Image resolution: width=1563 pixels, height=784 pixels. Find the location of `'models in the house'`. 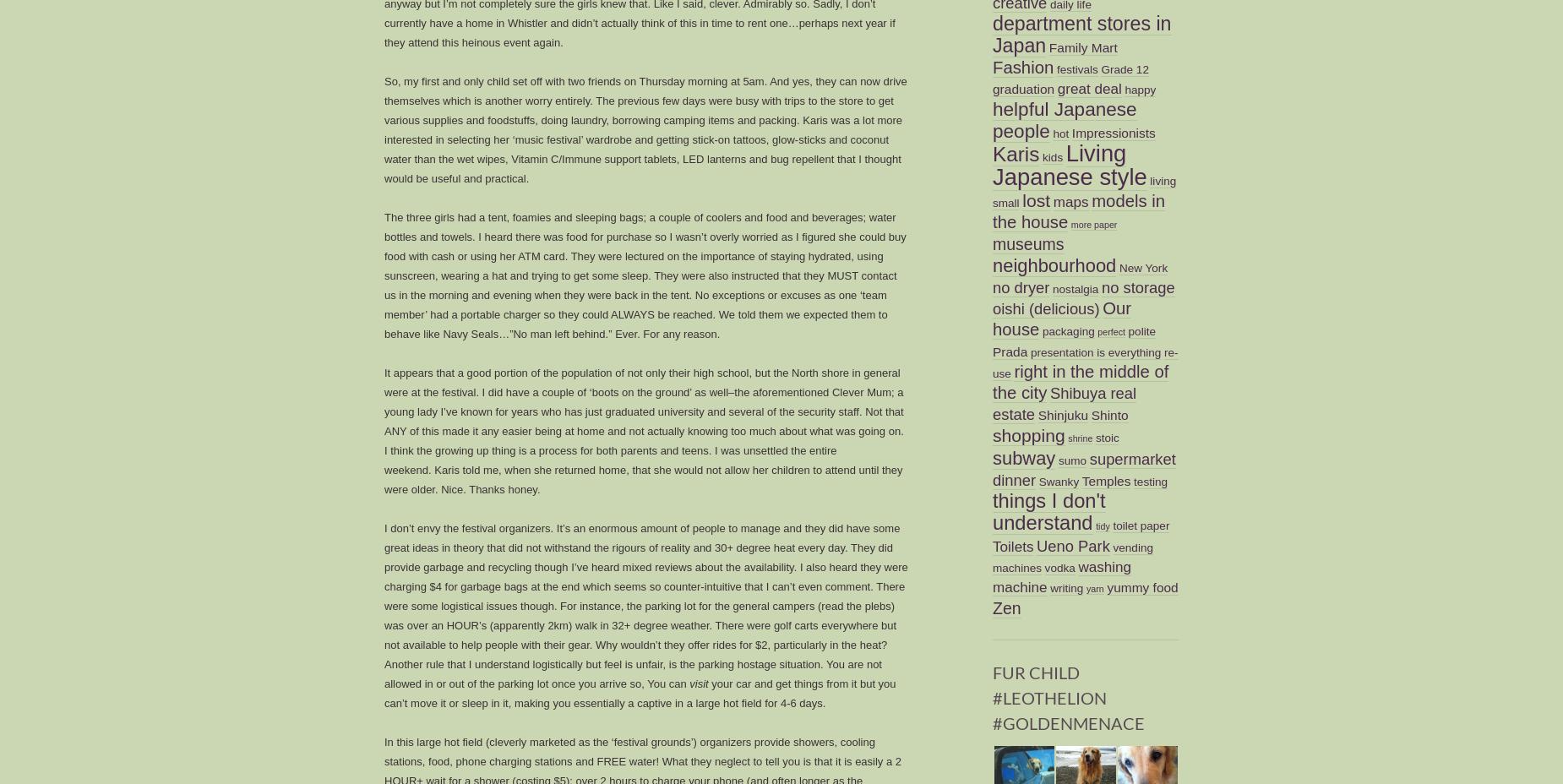

'models in the house' is located at coordinates (1078, 210).